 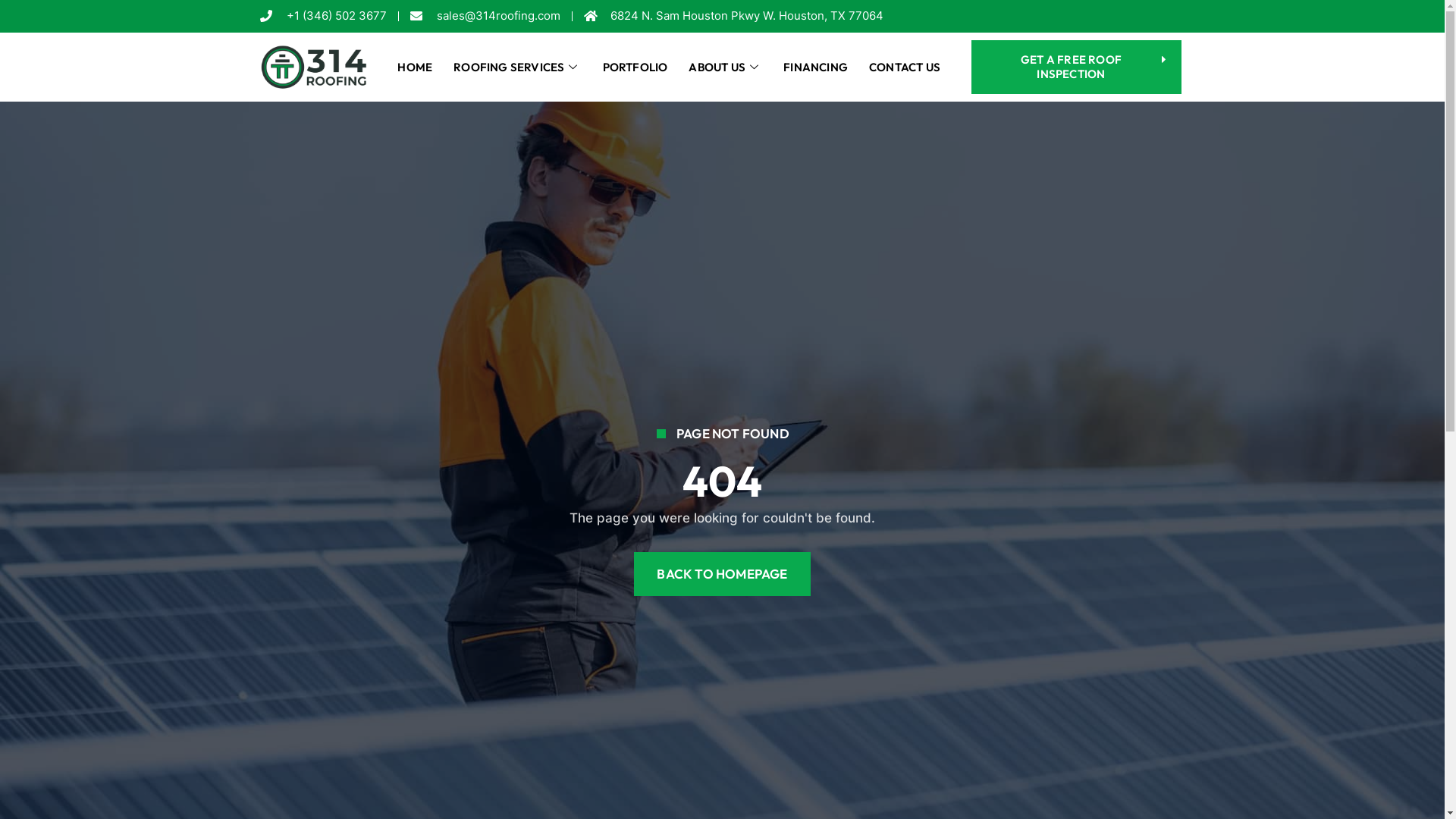 What do you see at coordinates (322, 16) in the screenshot?
I see `'+1 (346) 502 3677'` at bounding box center [322, 16].